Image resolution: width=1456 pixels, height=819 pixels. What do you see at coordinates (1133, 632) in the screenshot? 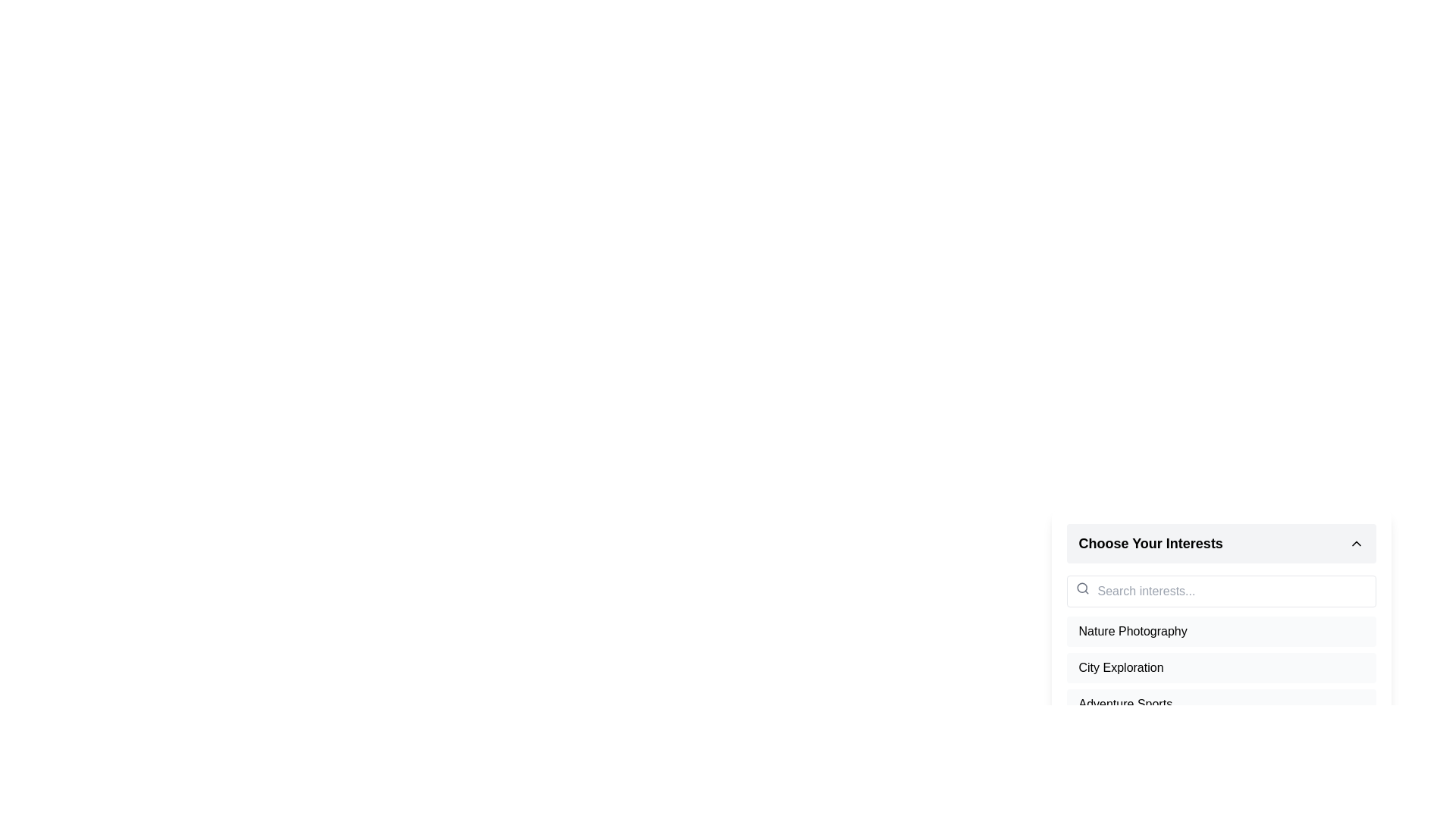
I see `the first selectable Text Label under the 'Choose Your Interests' section` at bounding box center [1133, 632].